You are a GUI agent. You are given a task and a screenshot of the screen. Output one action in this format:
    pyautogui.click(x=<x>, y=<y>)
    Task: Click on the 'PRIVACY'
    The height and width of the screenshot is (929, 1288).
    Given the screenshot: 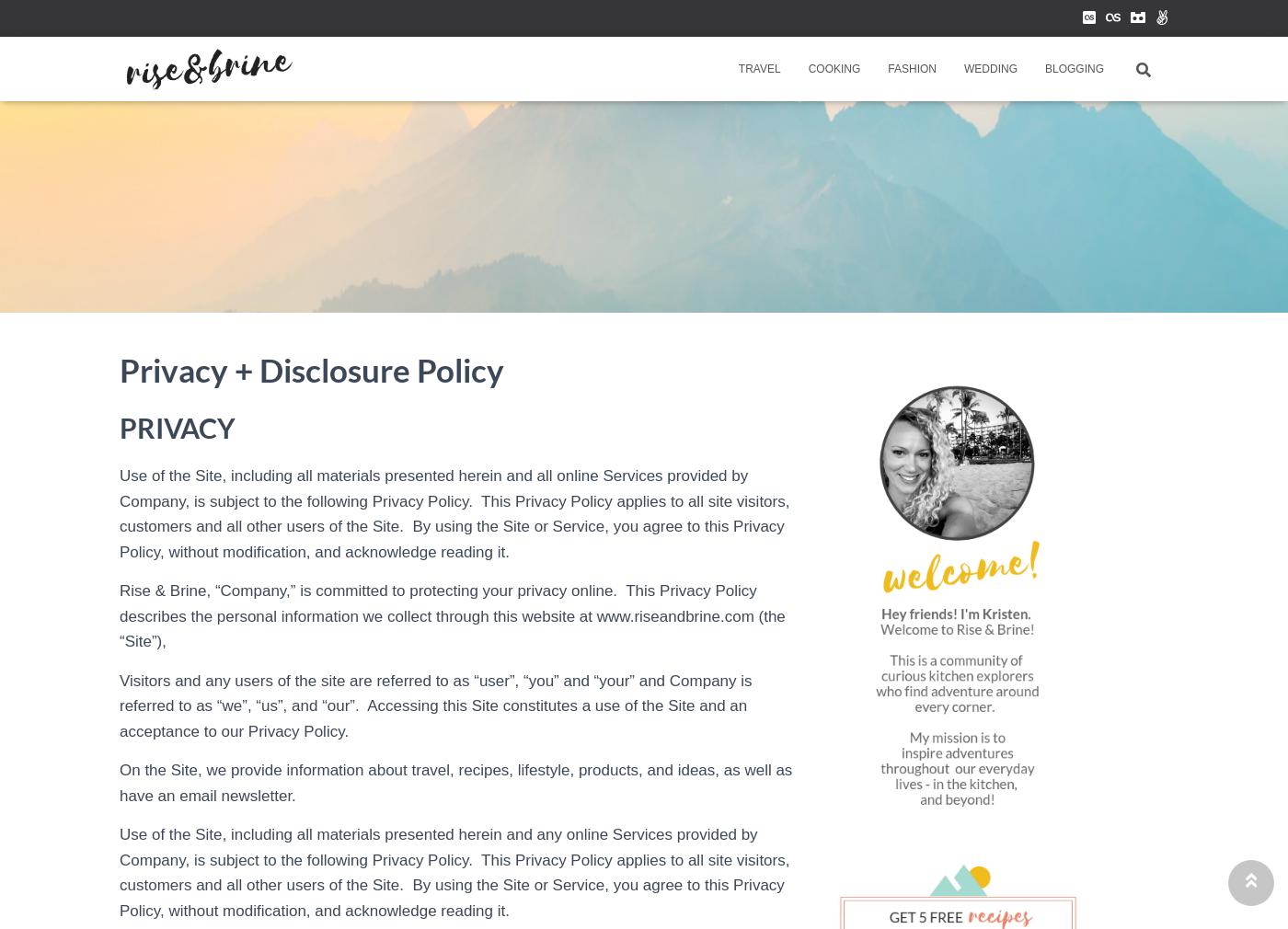 What is the action you would take?
    pyautogui.click(x=177, y=426)
    